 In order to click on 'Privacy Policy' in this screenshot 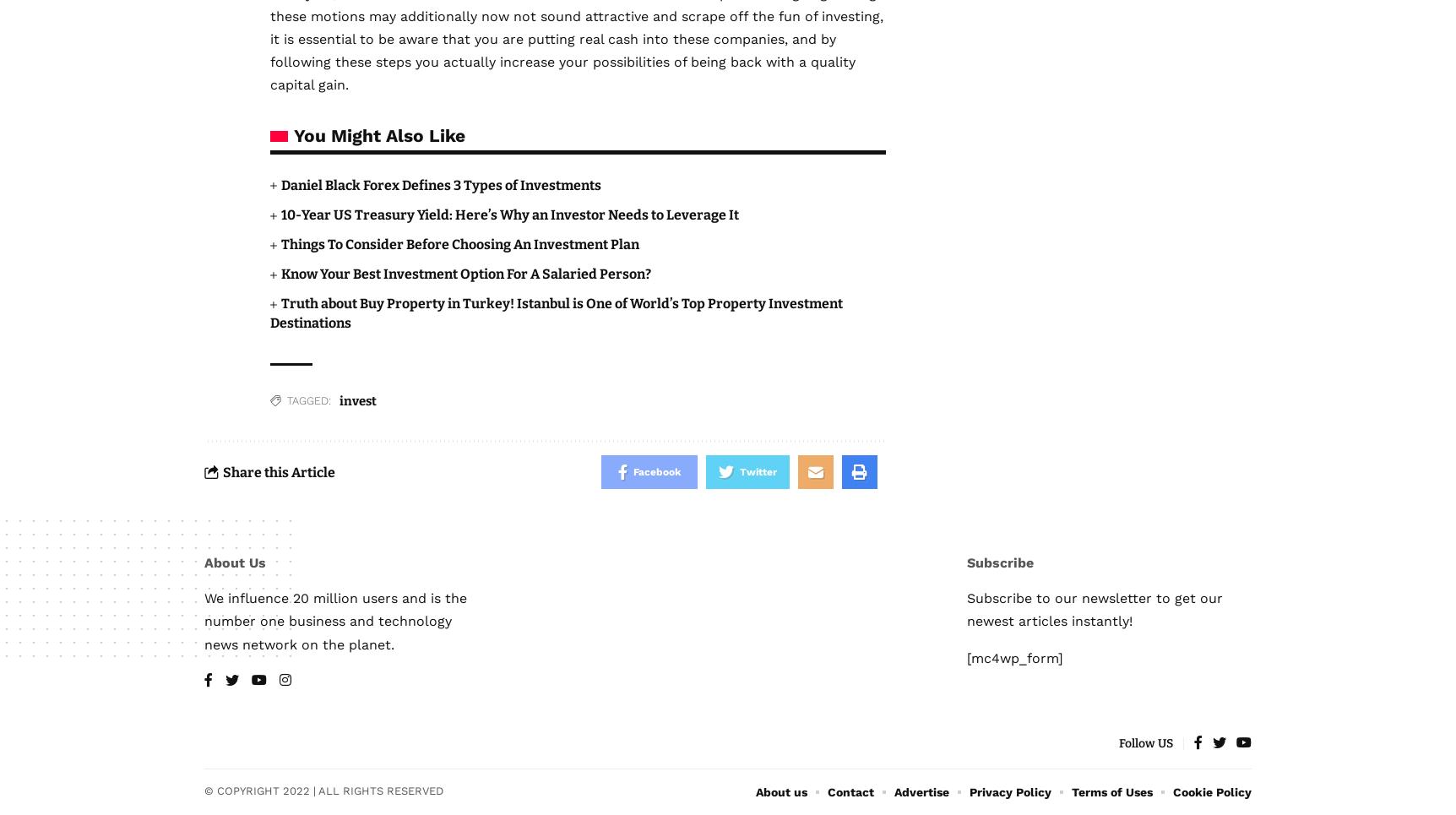, I will do `click(1010, 791)`.